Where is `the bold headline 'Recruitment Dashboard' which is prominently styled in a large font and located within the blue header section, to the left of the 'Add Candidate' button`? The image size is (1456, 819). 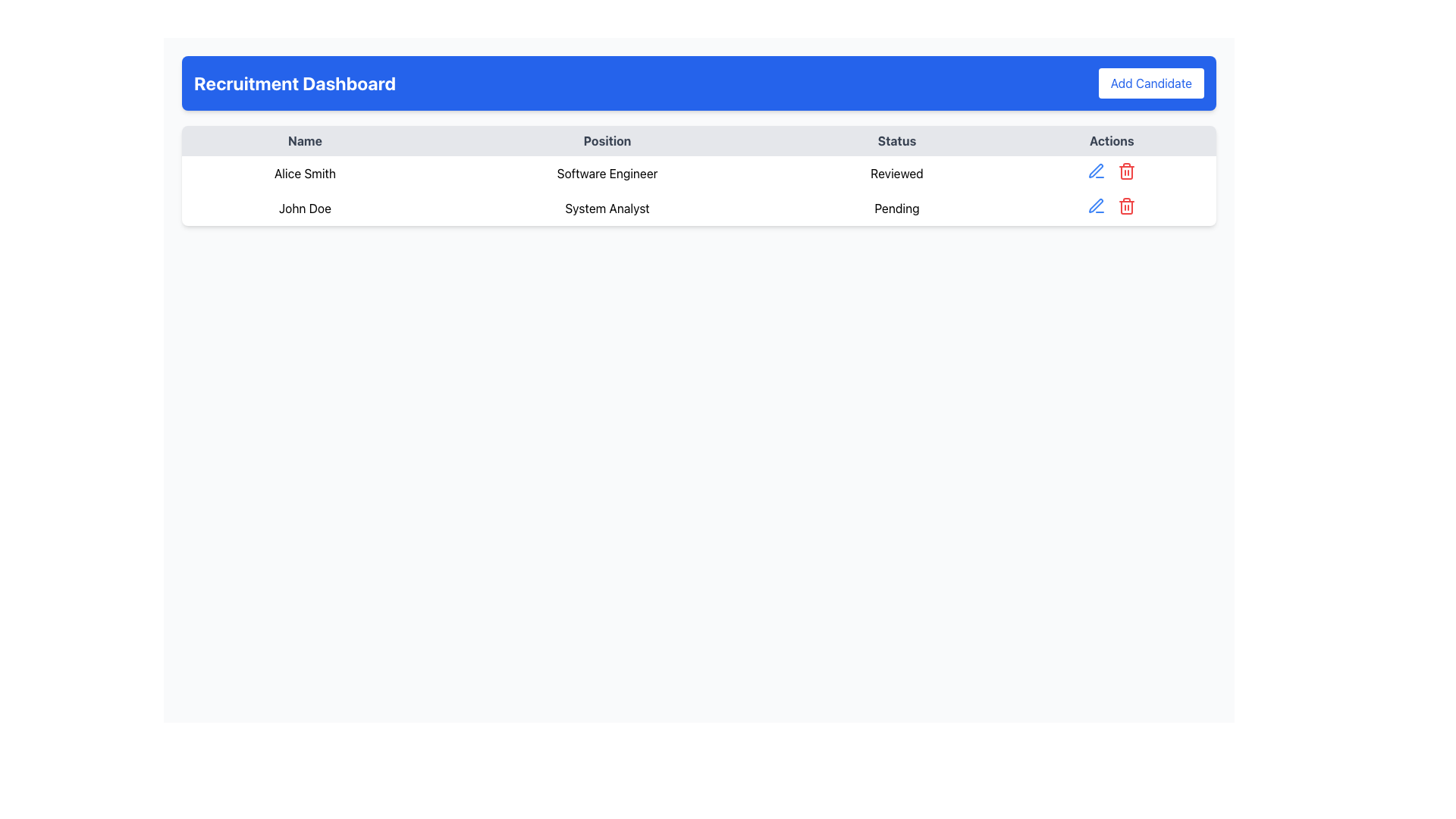 the bold headline 'Recruitment Dashboard' which is prominently styled in a large font and located within the blue header section, to the left of the 'Add Candidate' button is located at coordinates (294, 83).